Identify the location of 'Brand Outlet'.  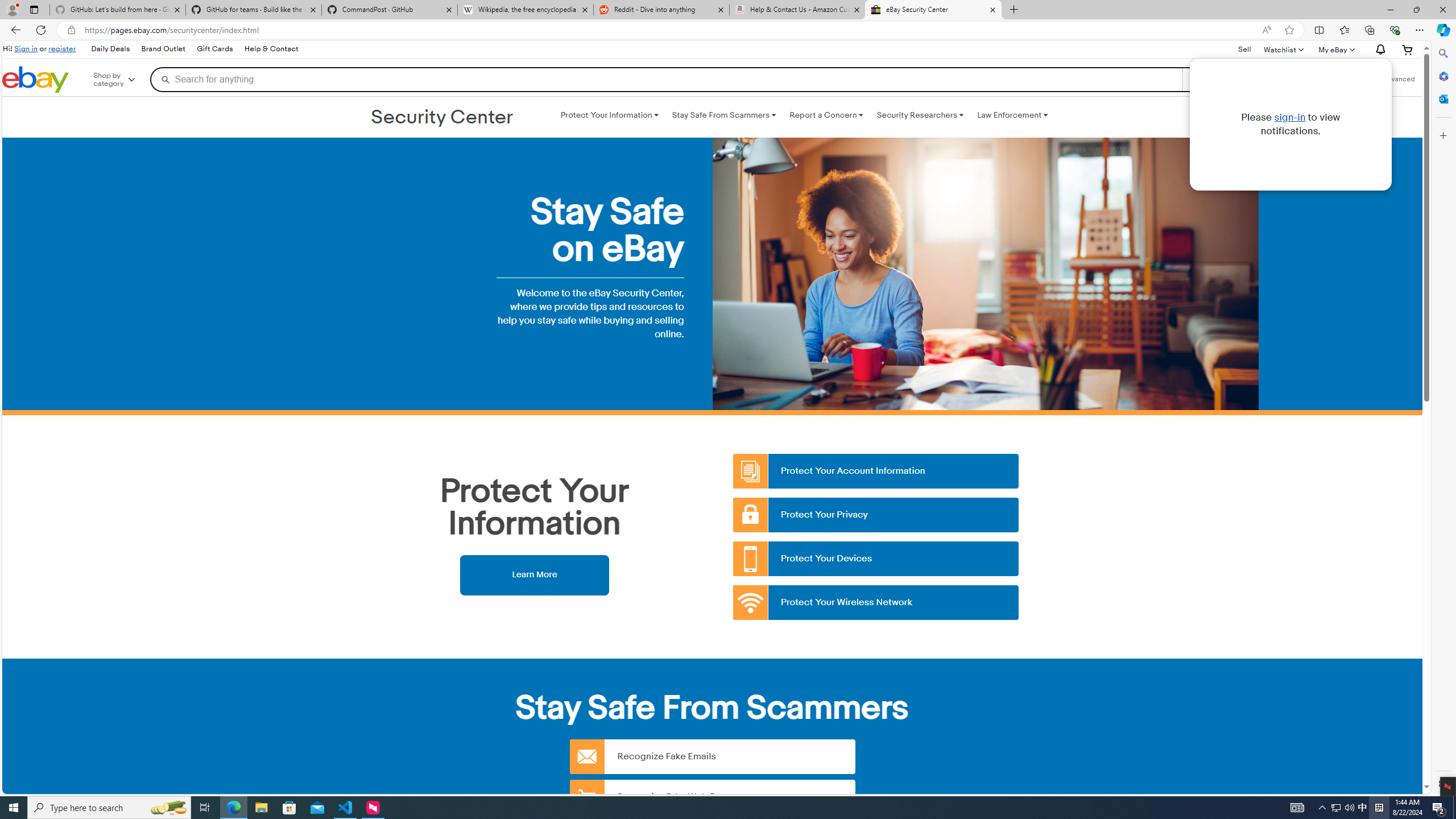
(164, 49).